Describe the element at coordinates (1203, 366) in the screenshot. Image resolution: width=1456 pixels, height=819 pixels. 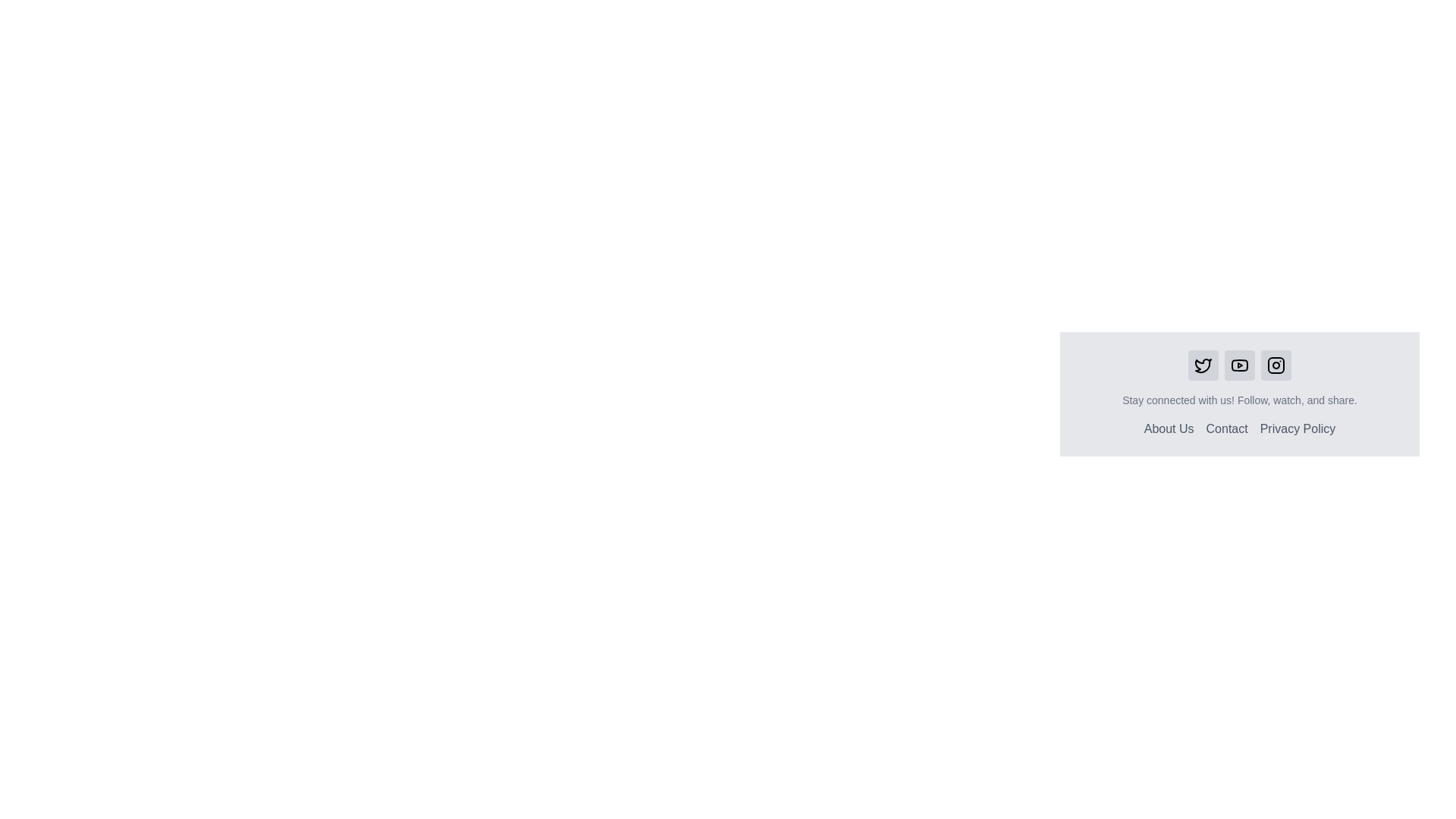
I see `the rounded square button with a light gray background and black Twitter logo icon at its center, located in the bottom-right corner of the interface` at that location.